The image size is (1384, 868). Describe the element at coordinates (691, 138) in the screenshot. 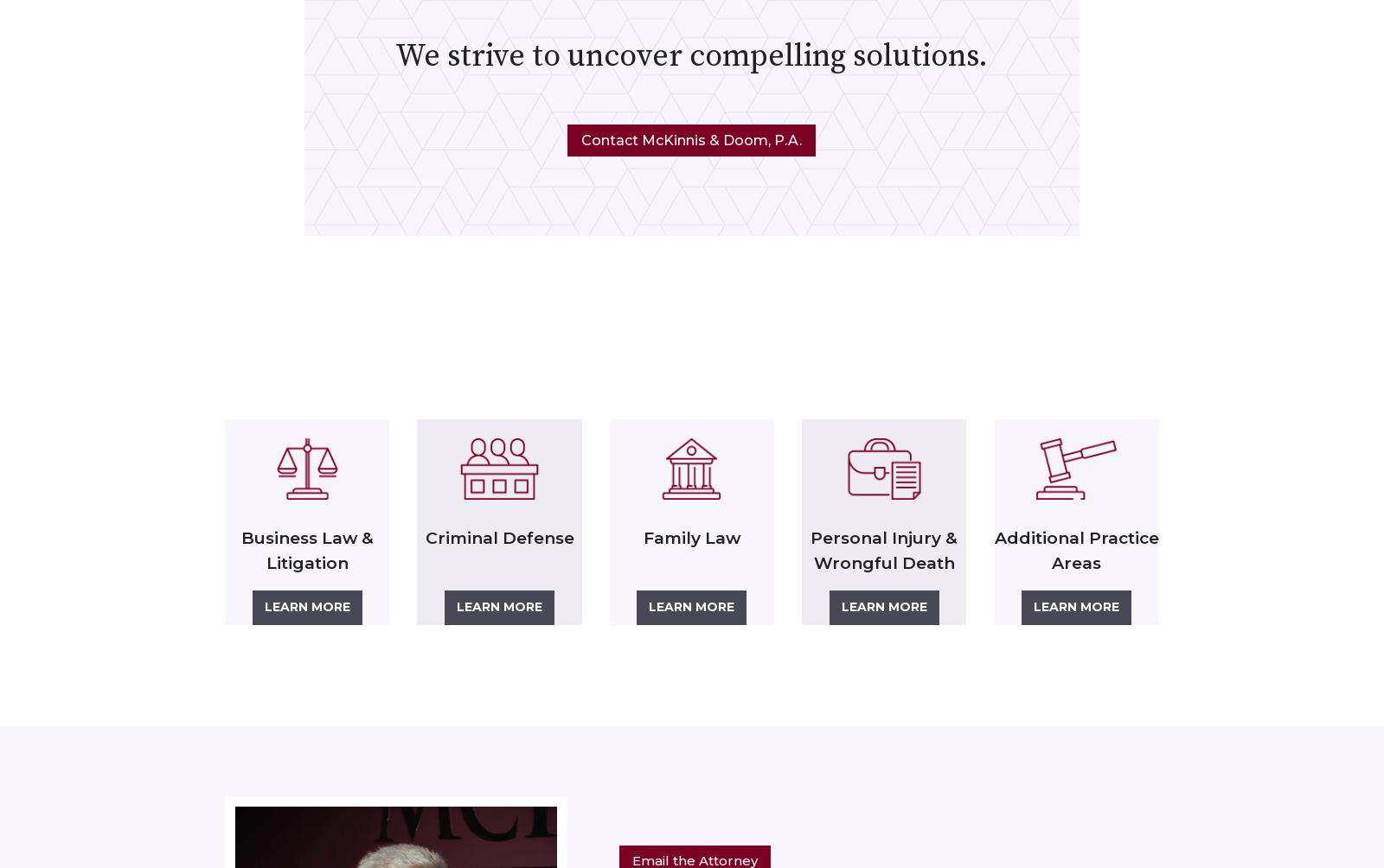

I see `'Contact McKinnis & Doom, P.A.'` at that location.